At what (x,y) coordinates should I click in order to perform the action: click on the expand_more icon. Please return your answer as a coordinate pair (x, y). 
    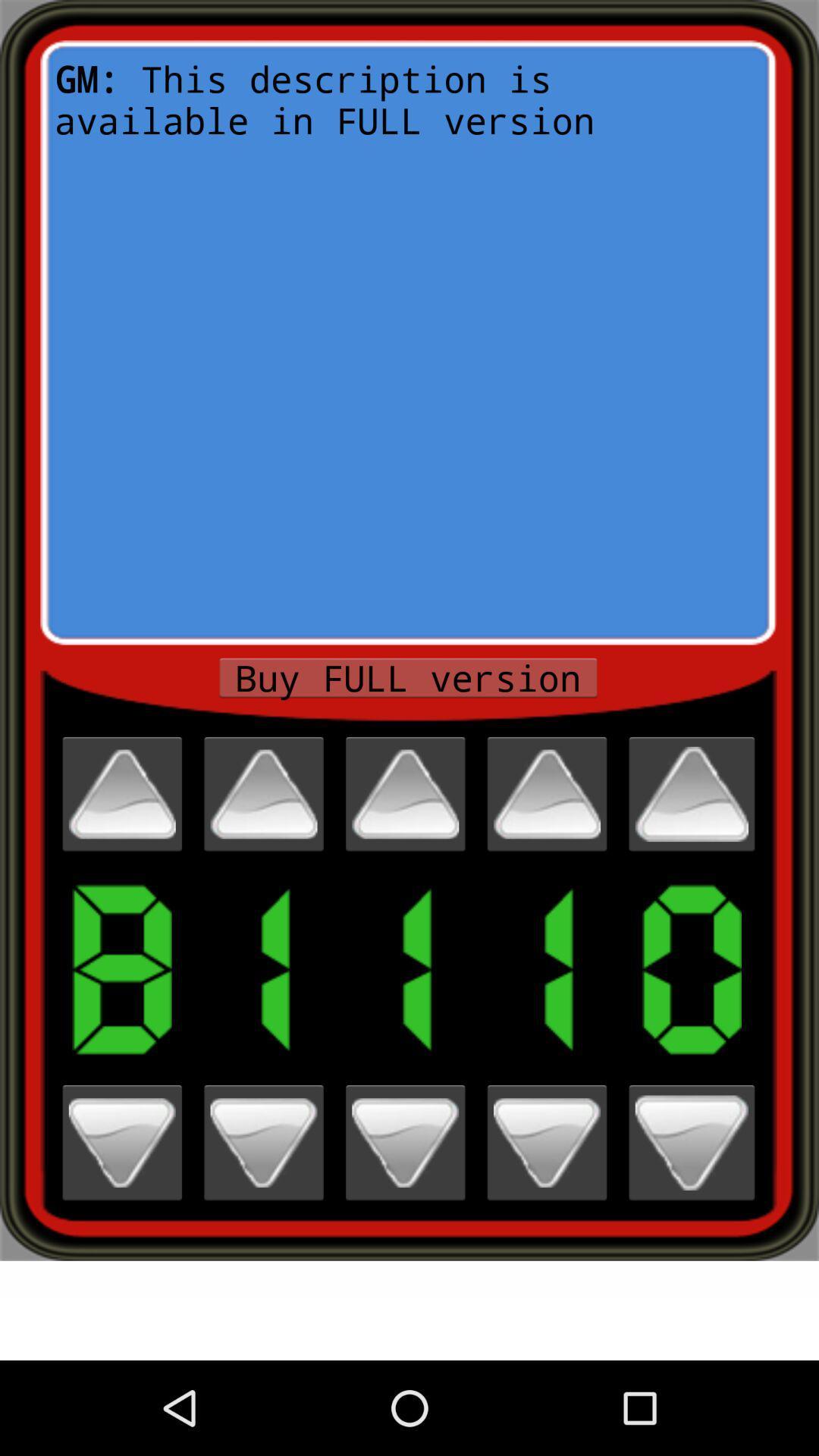
    Looking at the image, I should click on (547, 1222).